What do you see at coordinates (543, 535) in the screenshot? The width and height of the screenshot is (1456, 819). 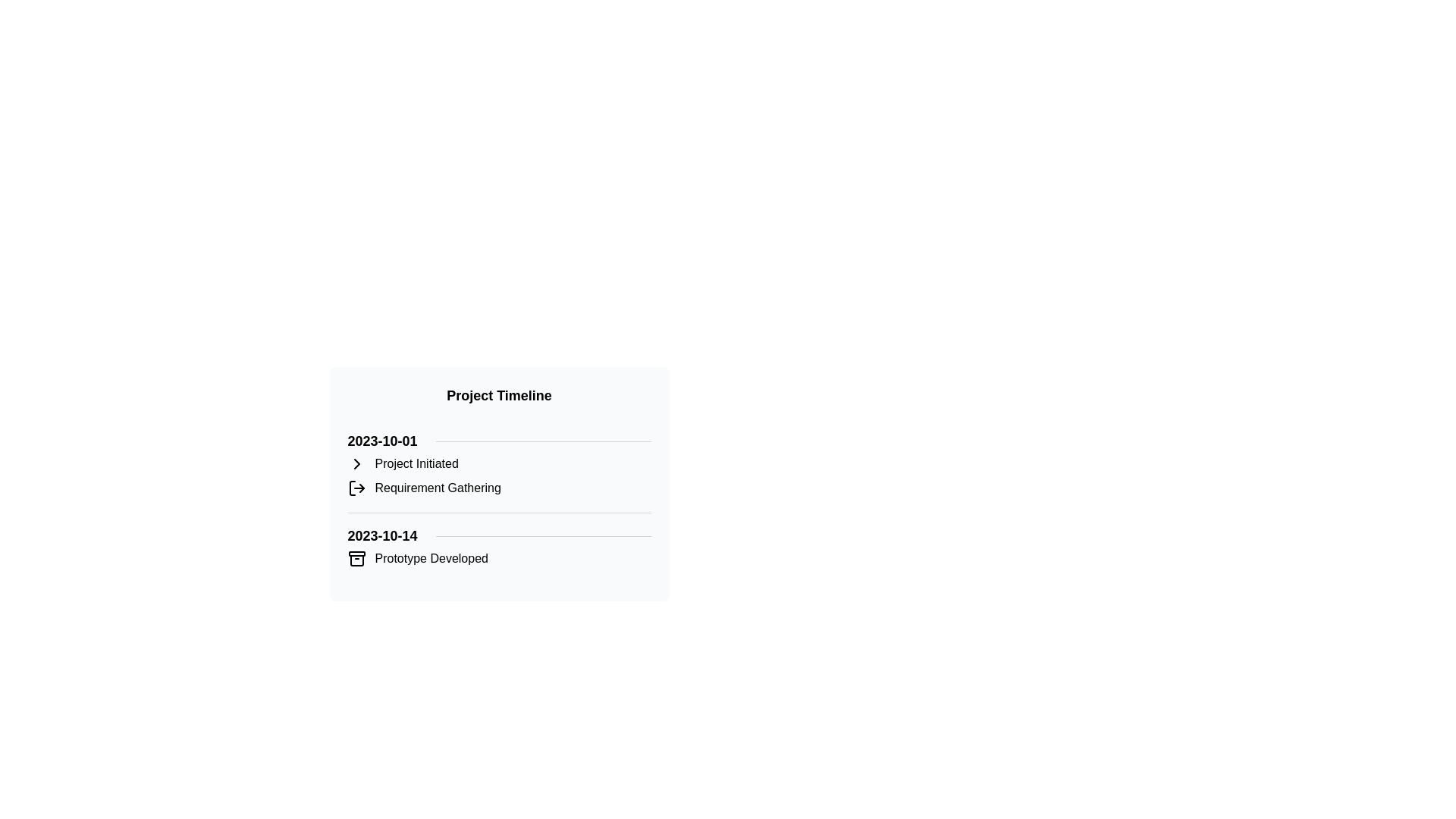 I see `the Divider Line that visually separates the date '2023-10-14' from the content below it, located in the bottom section of the timeline interface` at bounding box center [543, 535].